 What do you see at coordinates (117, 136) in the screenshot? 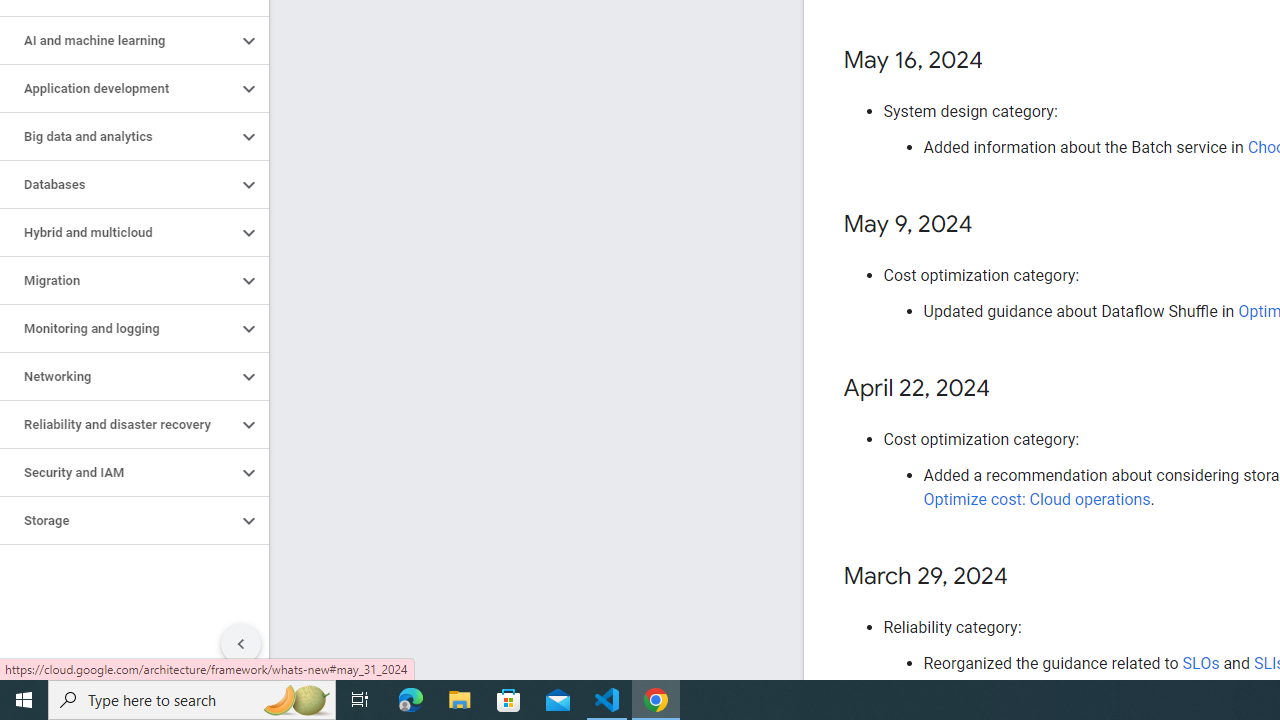
I see `'Big data and analytics'` at bounding box center [117, 136].